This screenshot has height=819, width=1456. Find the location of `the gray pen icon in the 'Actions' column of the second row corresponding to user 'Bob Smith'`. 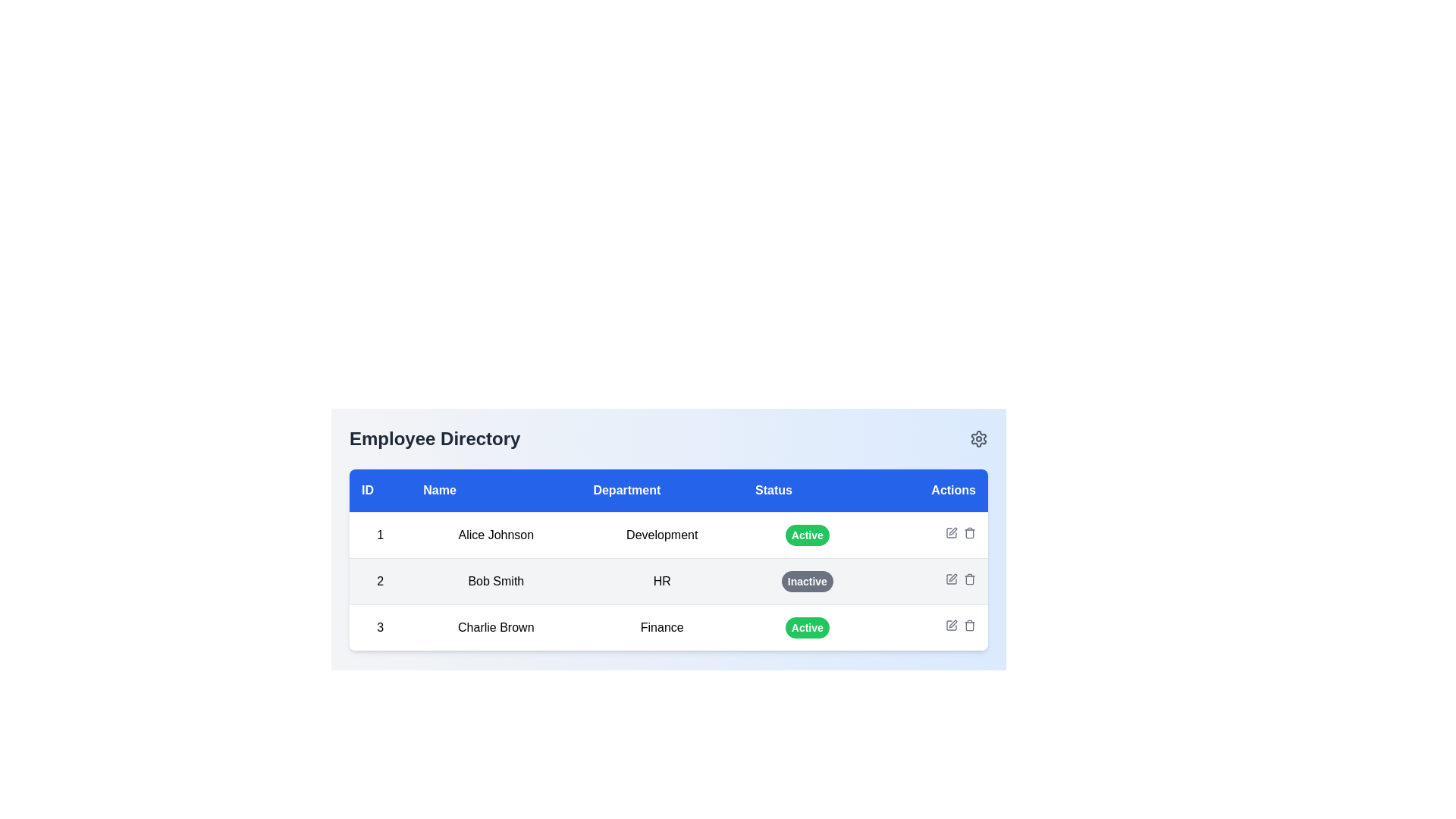

the gray pen icon in the 'Actions' column of the second row corresponding to user 'Bob Smith' is located at coordinates (950, 579).